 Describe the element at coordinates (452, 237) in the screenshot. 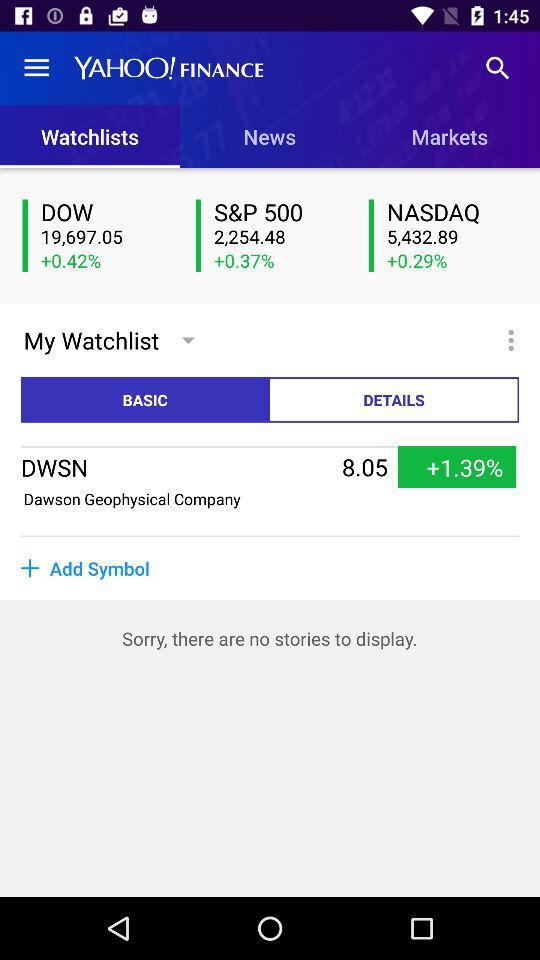

I see `5,432.89 item` at that location.